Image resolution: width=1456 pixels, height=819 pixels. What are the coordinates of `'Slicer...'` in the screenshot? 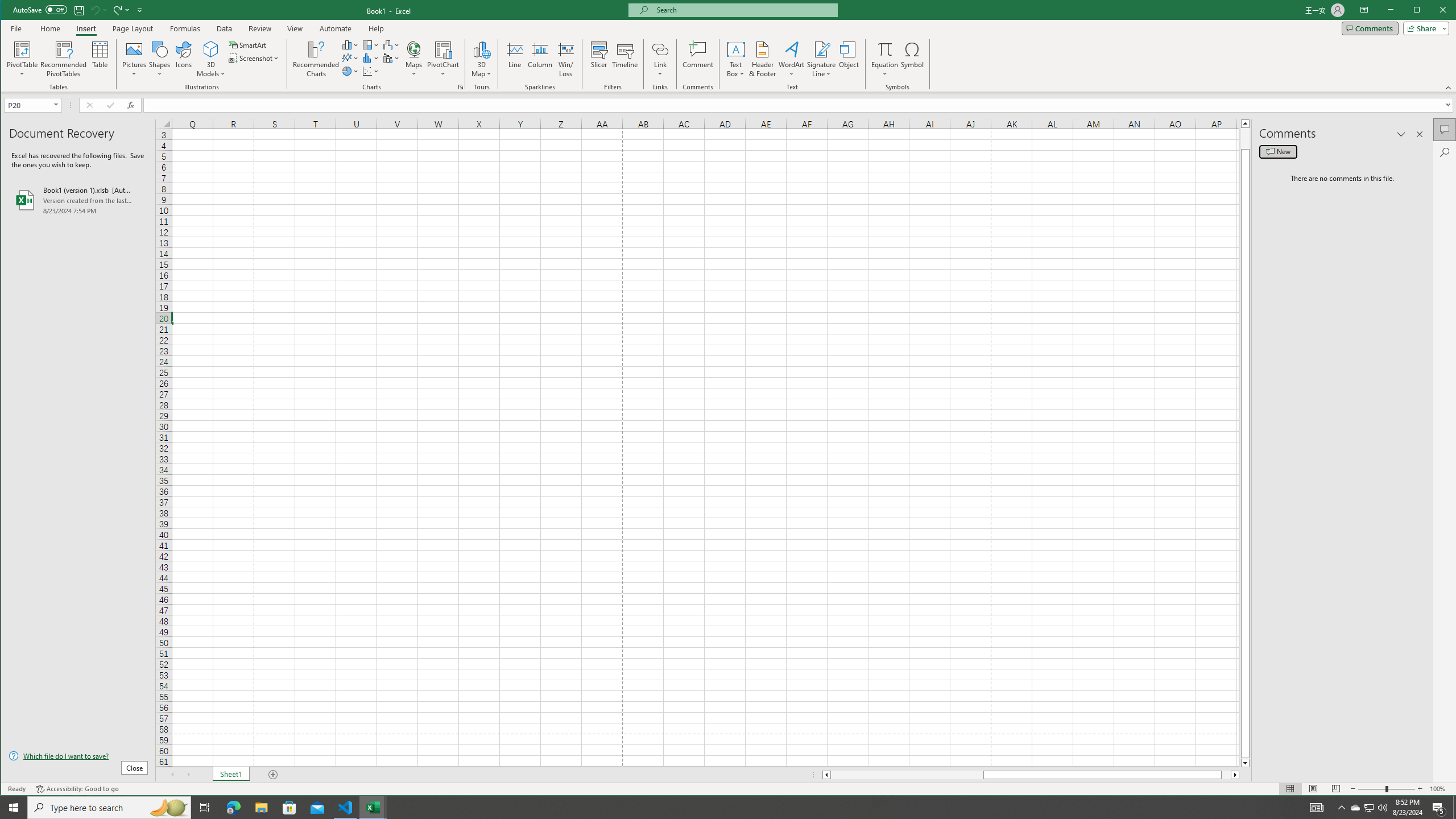 It's located at (598, 59).